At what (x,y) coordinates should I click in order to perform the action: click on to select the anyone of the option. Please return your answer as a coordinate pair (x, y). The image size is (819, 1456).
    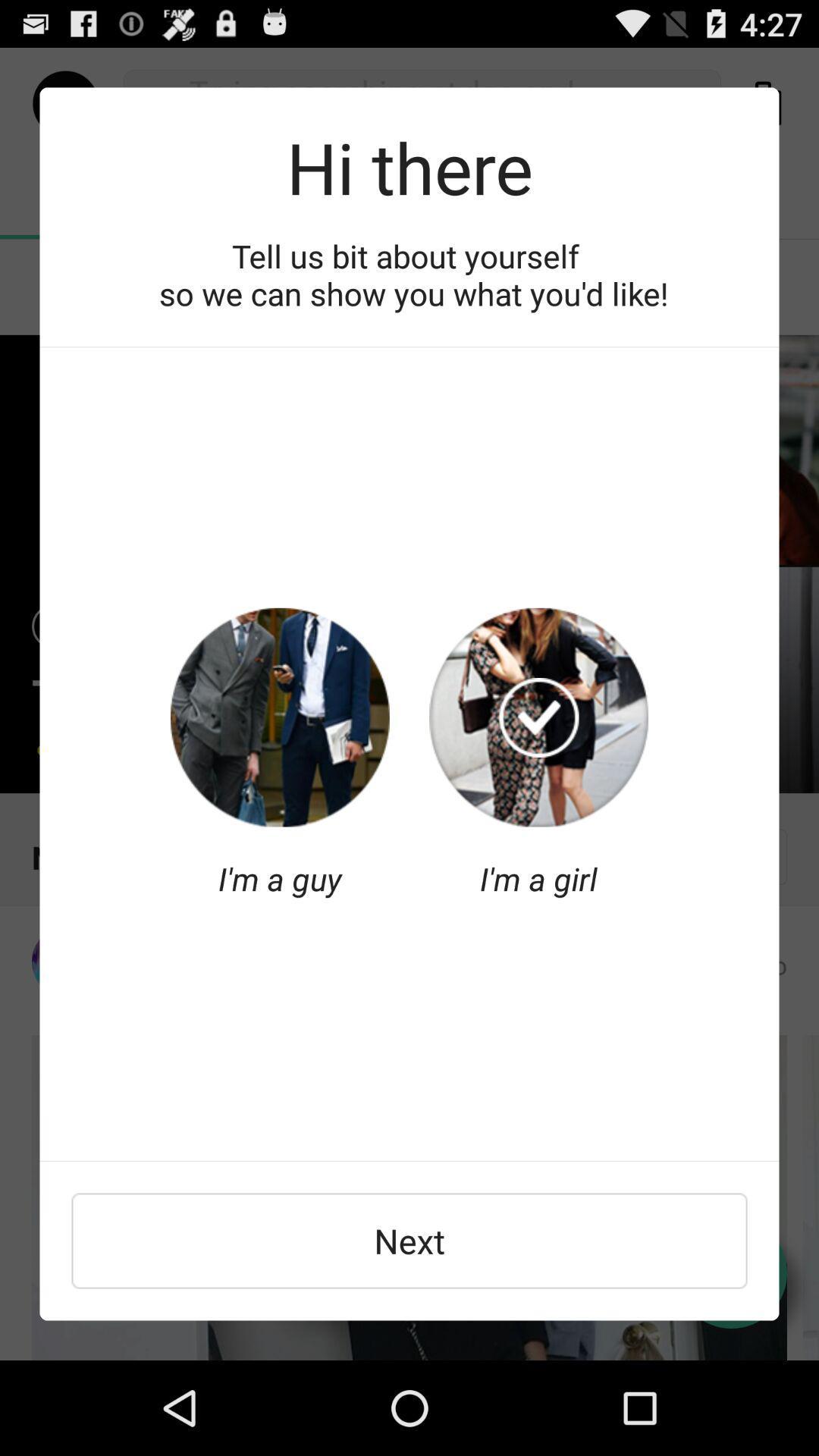
    Looking at the image, I should click on (280, 717).